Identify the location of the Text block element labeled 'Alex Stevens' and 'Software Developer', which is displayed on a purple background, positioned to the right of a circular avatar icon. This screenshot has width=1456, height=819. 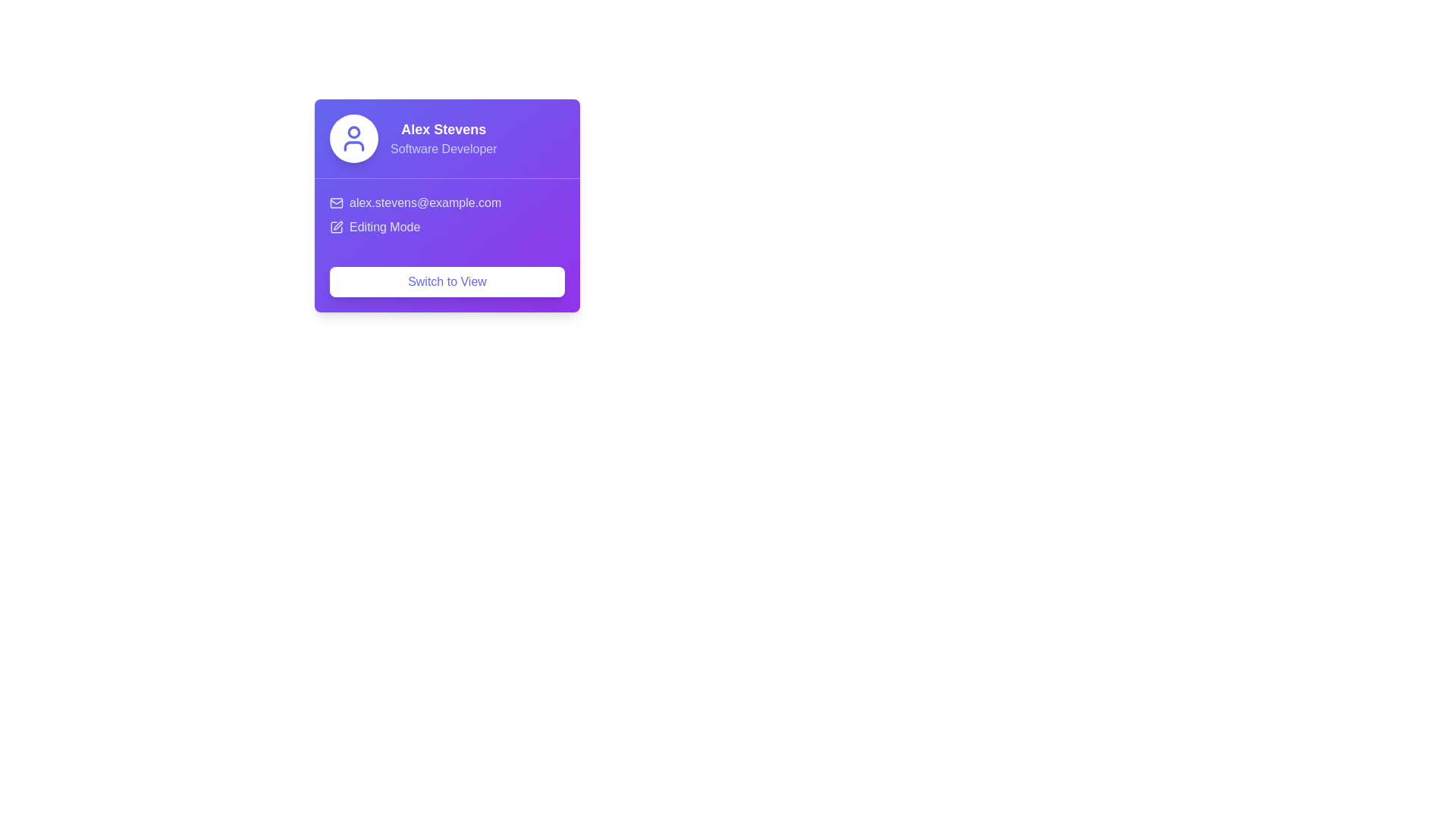
(443, 138).